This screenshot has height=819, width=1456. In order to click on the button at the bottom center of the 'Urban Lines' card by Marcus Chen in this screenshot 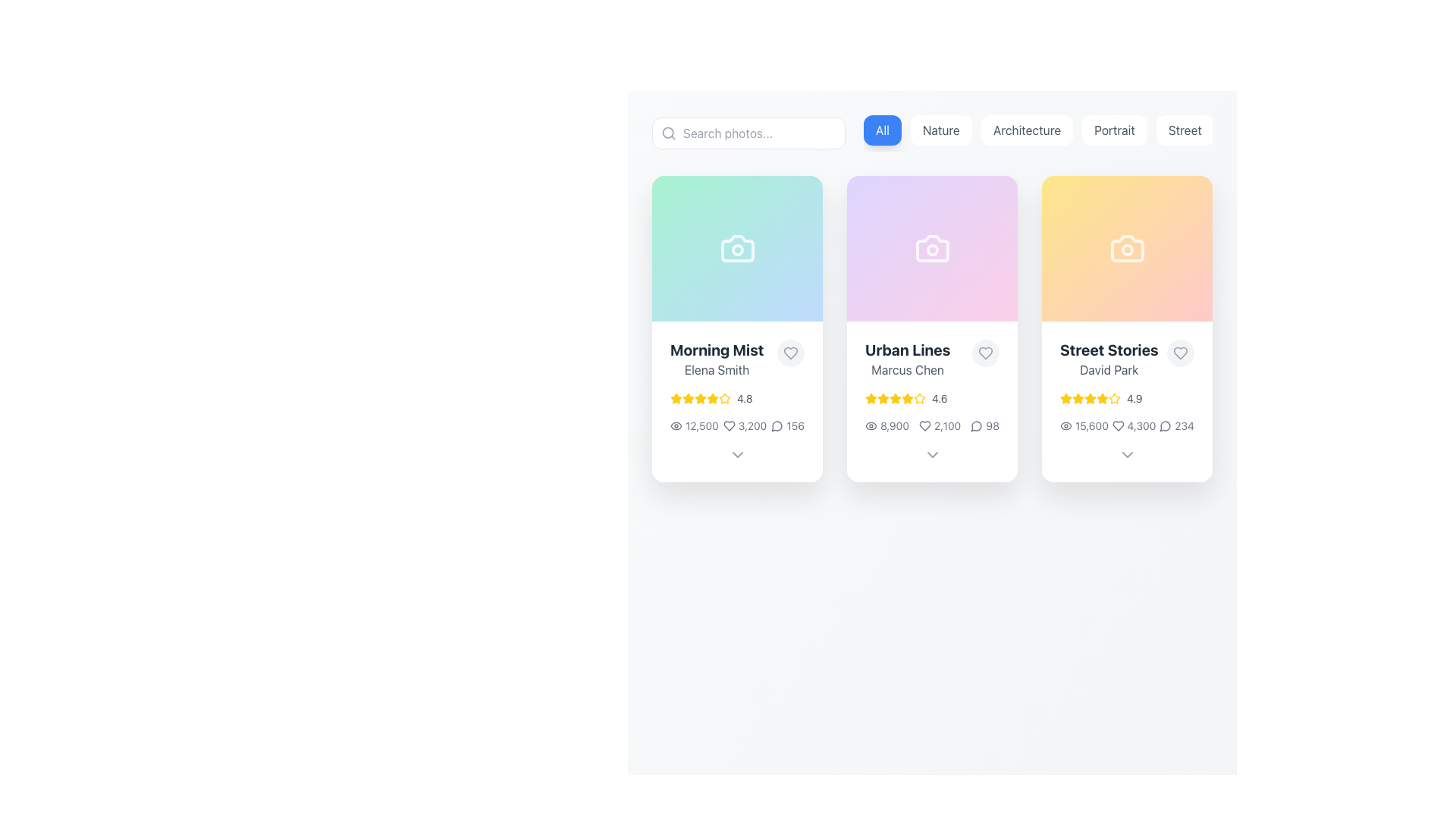, I will do `click(931, 454)`.